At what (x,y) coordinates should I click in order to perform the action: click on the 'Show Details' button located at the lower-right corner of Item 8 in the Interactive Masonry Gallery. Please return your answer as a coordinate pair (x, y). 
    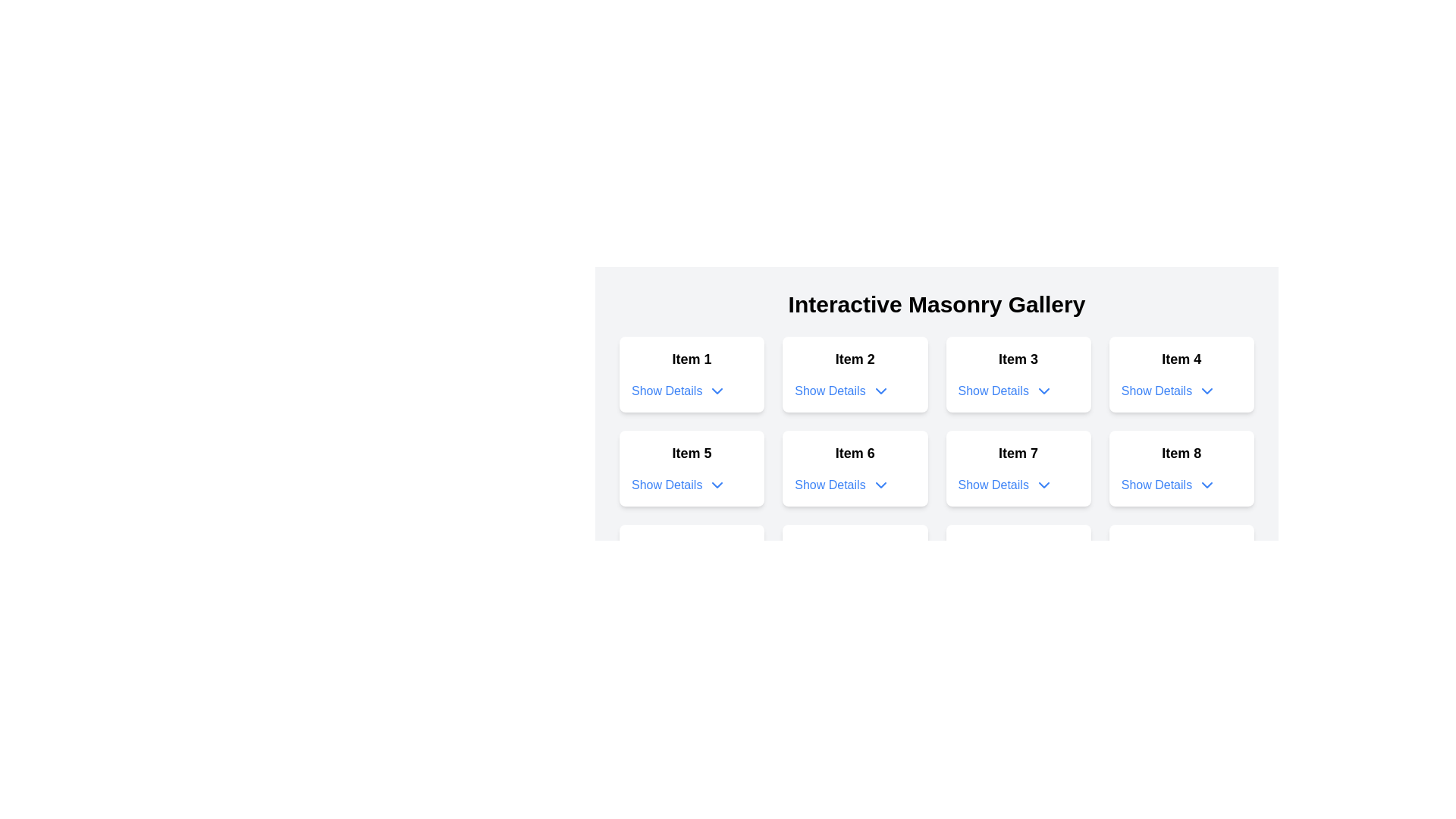
    Looking at the image, I should click on (1168, 485).